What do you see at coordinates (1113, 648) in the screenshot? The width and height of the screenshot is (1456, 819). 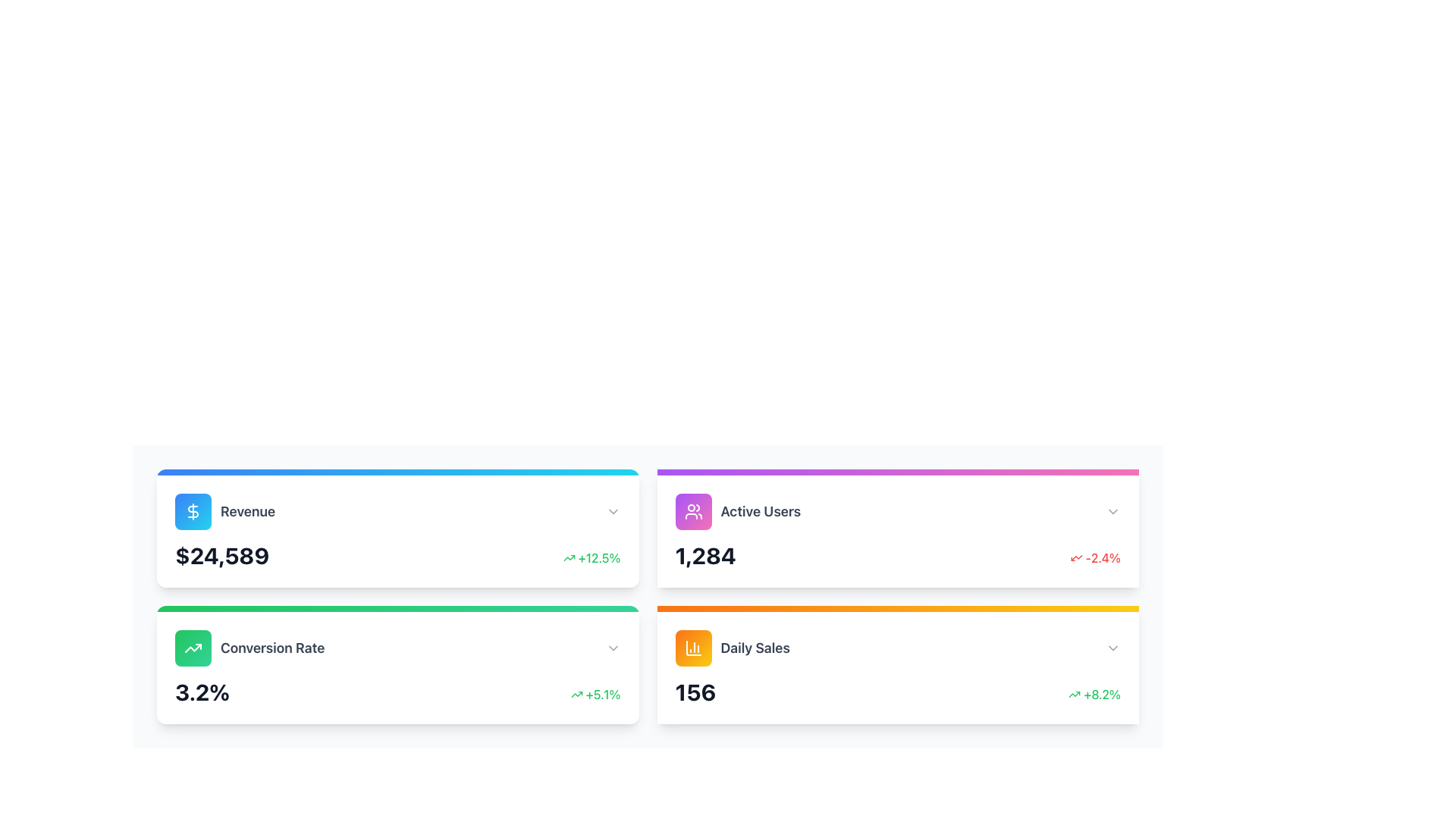 I see `the downward-facing chevron icon, which is styled in light gray and located to the far right of the 'Daily Sales' card` at bounding box center [1113, 648].